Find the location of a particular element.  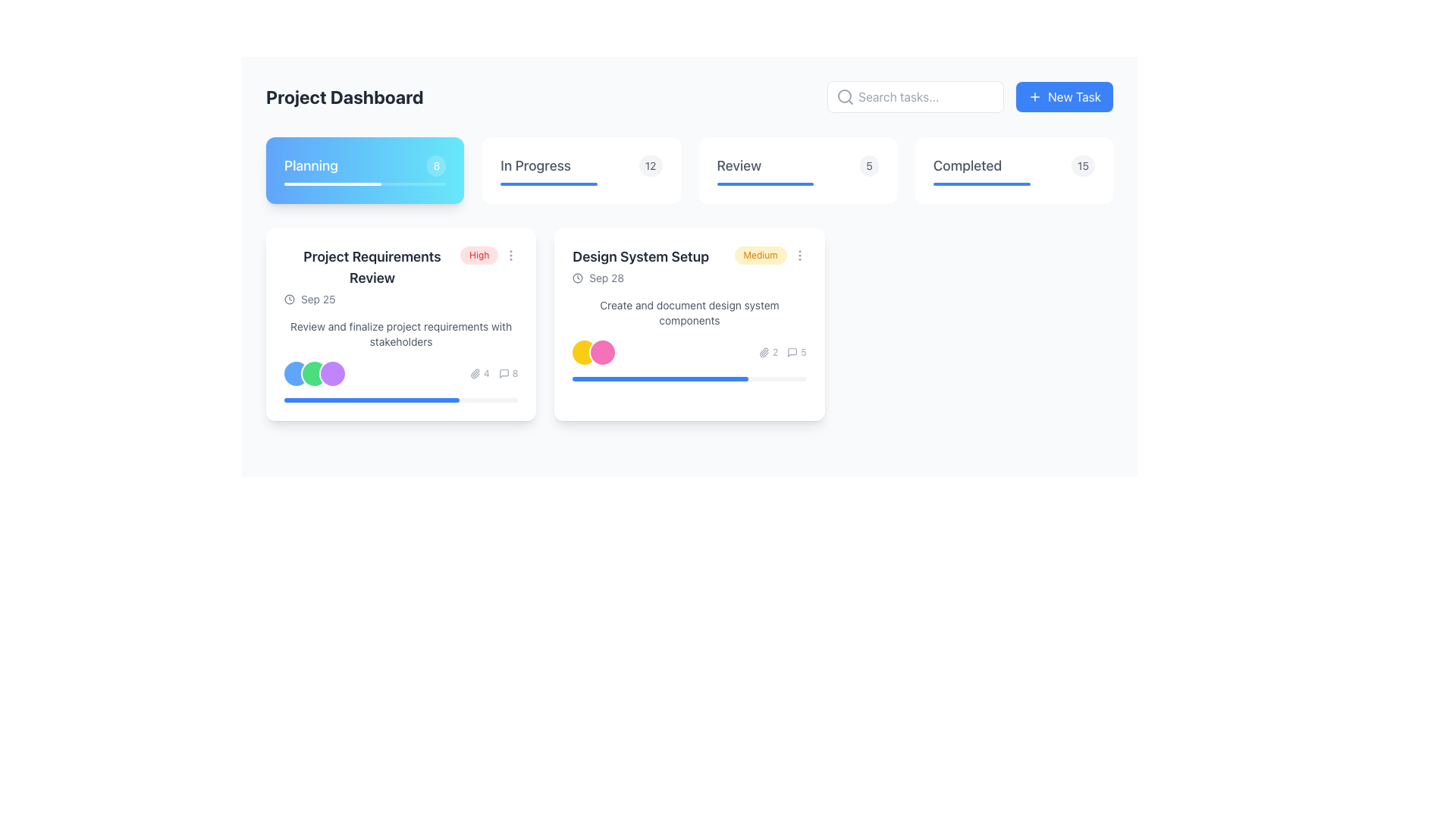

the leftmost interactive badge representing a participant or team member in the 'Design System Setup' task for details or interactions is located at coordinates (584, 353).